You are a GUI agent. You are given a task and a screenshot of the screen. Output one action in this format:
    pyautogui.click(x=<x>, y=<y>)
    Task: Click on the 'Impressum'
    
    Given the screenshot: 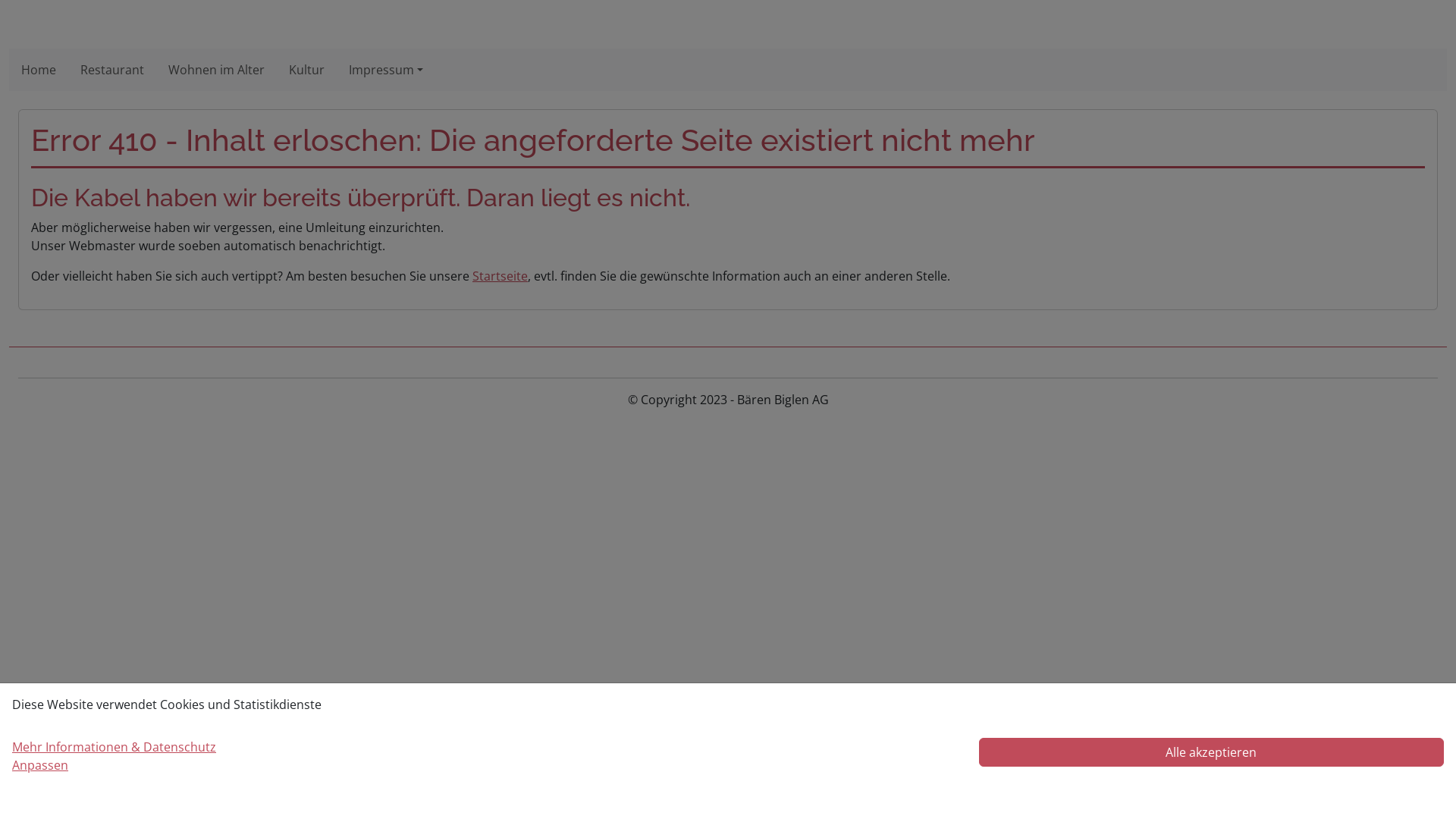 What is the action you would take?
    pyautogui.click(x=385, y=70)
    